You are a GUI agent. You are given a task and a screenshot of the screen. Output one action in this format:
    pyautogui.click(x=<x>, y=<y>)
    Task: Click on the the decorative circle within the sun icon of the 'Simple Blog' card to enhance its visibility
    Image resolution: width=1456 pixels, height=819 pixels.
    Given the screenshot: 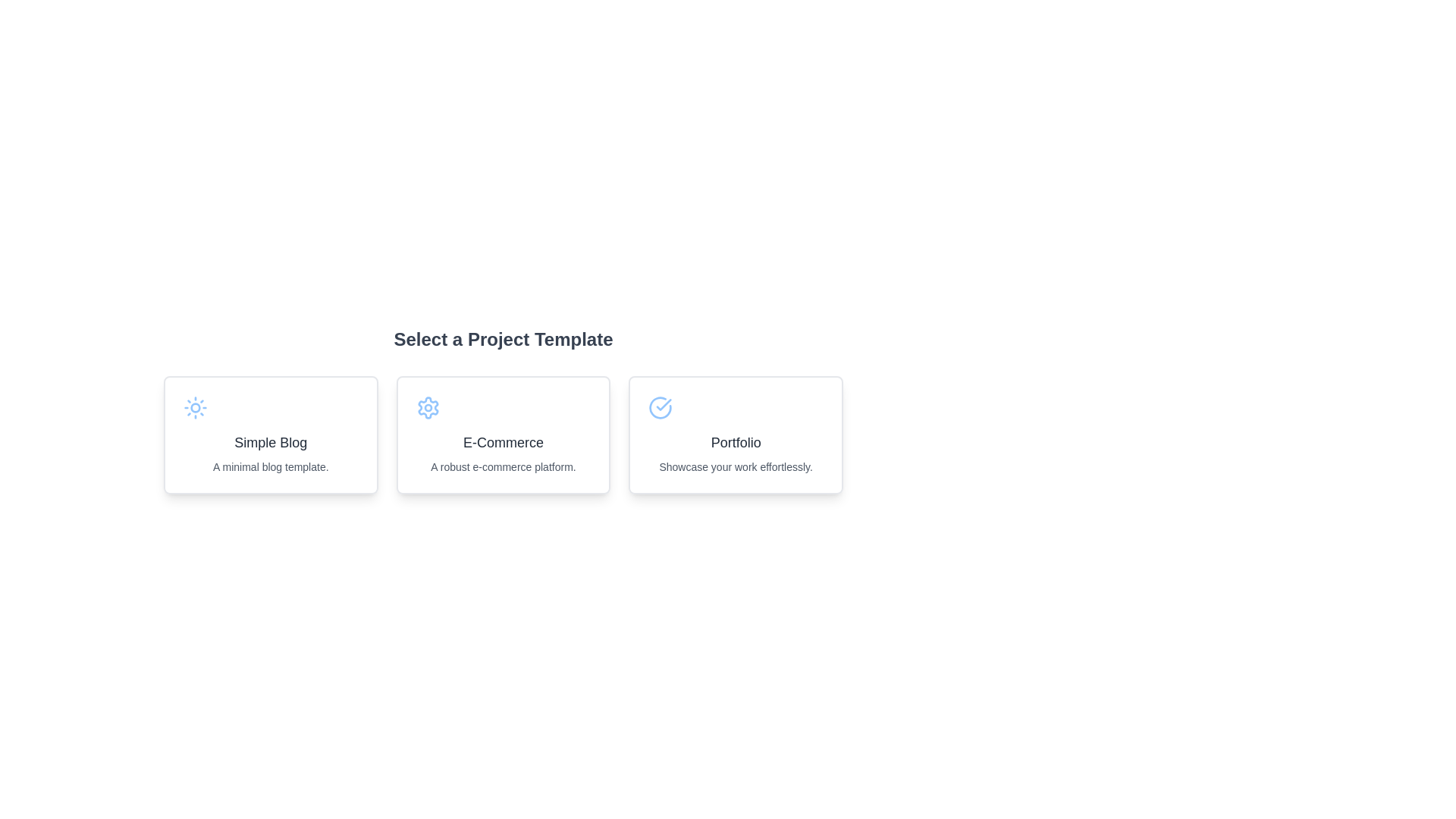 What is the action you would take?
    pyautogui.click(x=195, y=406)
    